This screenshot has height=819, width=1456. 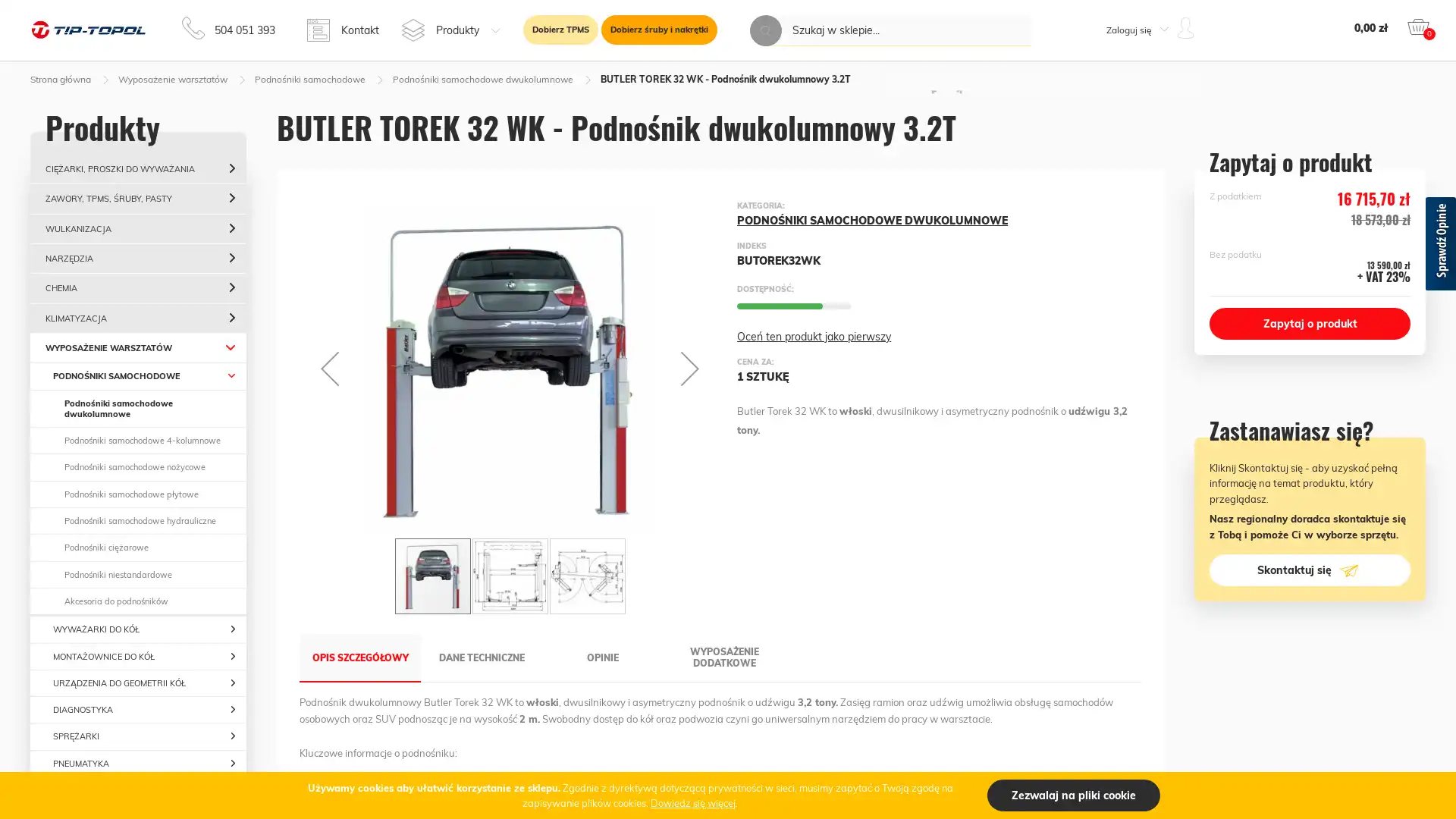 I want to click on Zezwalaj na pliki cookie, so click(x=1073, y=795).